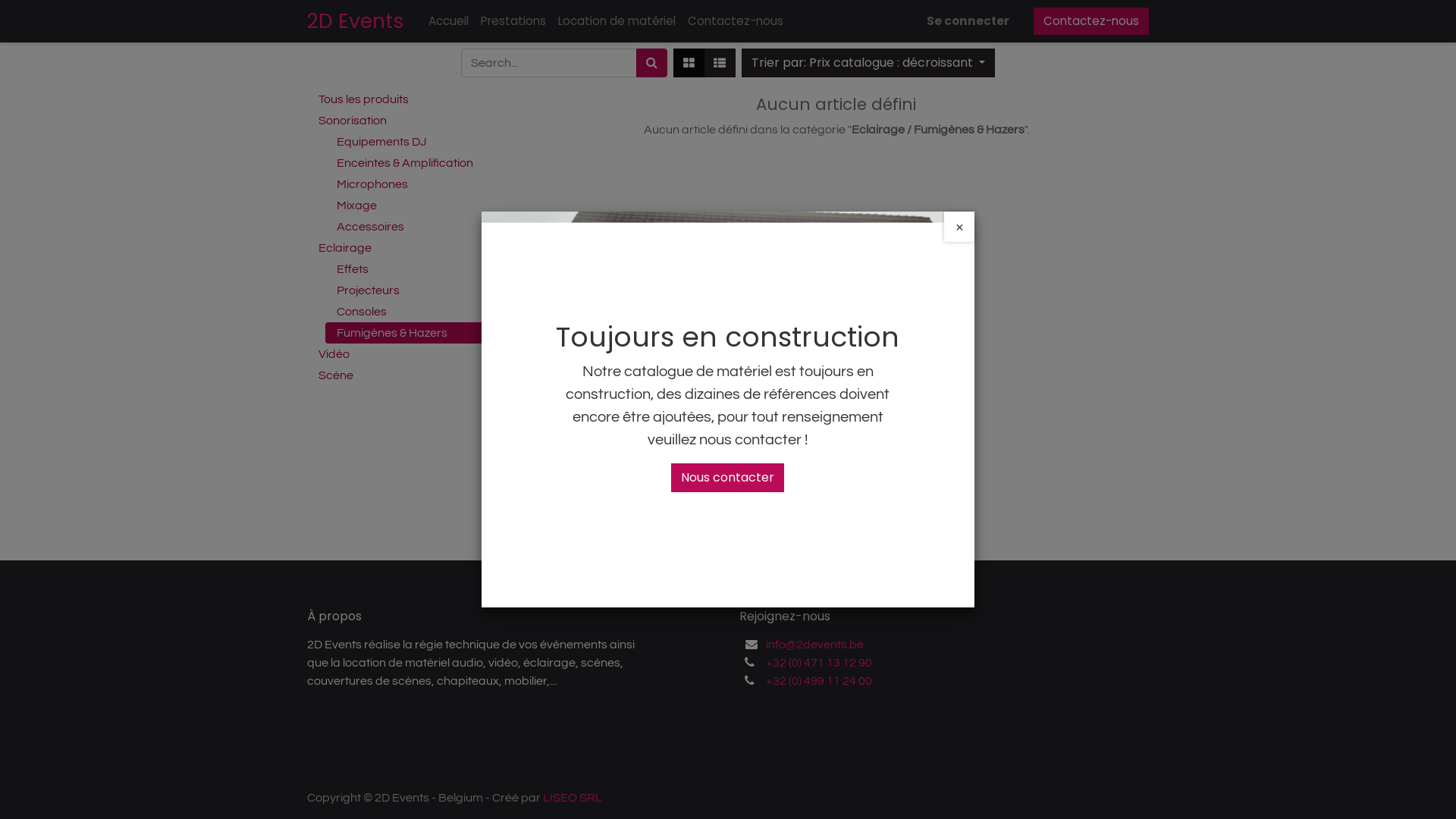 Image resolution: width=1456 pixels, height=819 pixels. What do you see at coordinates (702, 62) in the screenshot?
I see `'Liste'` at bounding box center [702, 62].